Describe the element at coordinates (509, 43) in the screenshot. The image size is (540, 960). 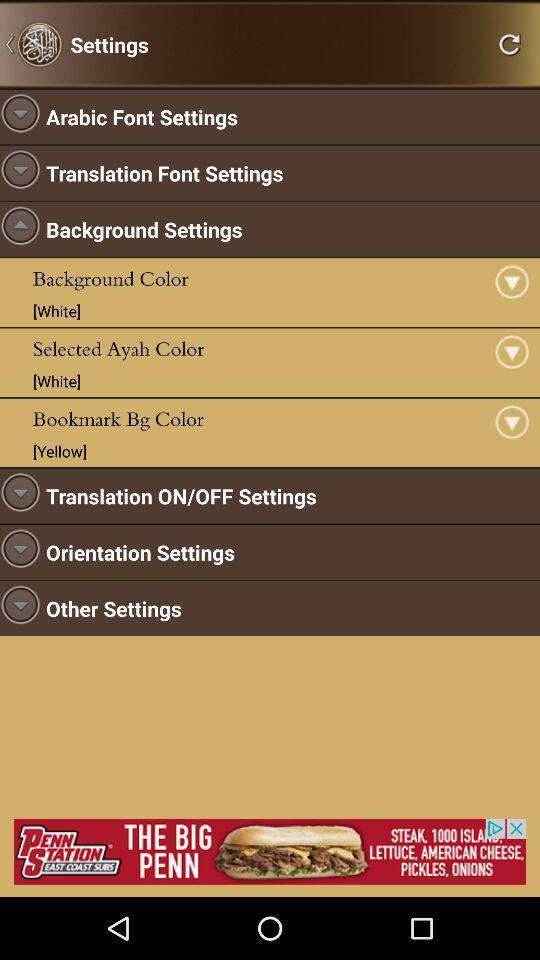
I see `reload the page` at that location.